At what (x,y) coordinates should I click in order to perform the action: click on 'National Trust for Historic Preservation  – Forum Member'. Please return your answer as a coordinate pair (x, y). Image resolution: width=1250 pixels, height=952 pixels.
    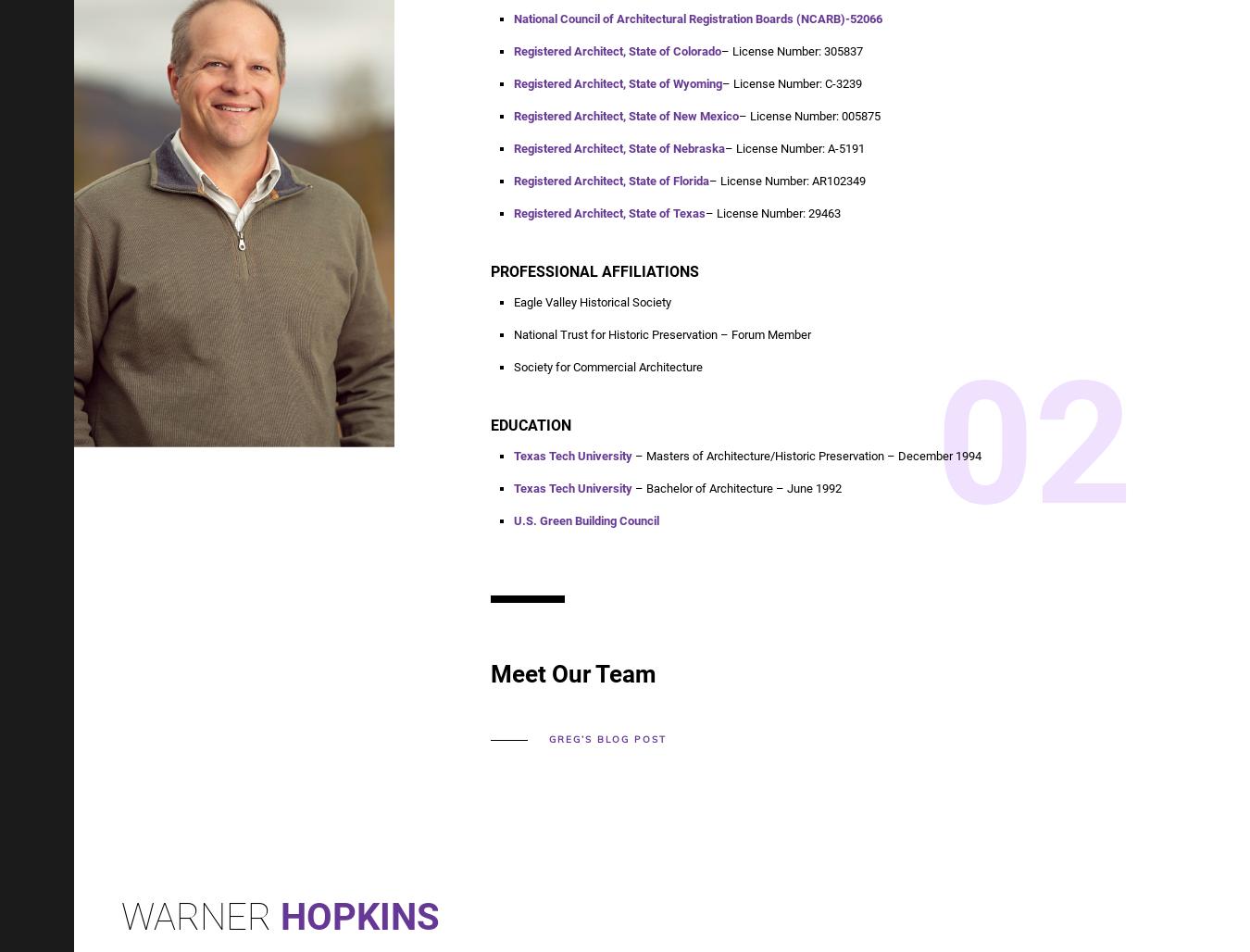
    Looking at the image, I should click on (661, 333).